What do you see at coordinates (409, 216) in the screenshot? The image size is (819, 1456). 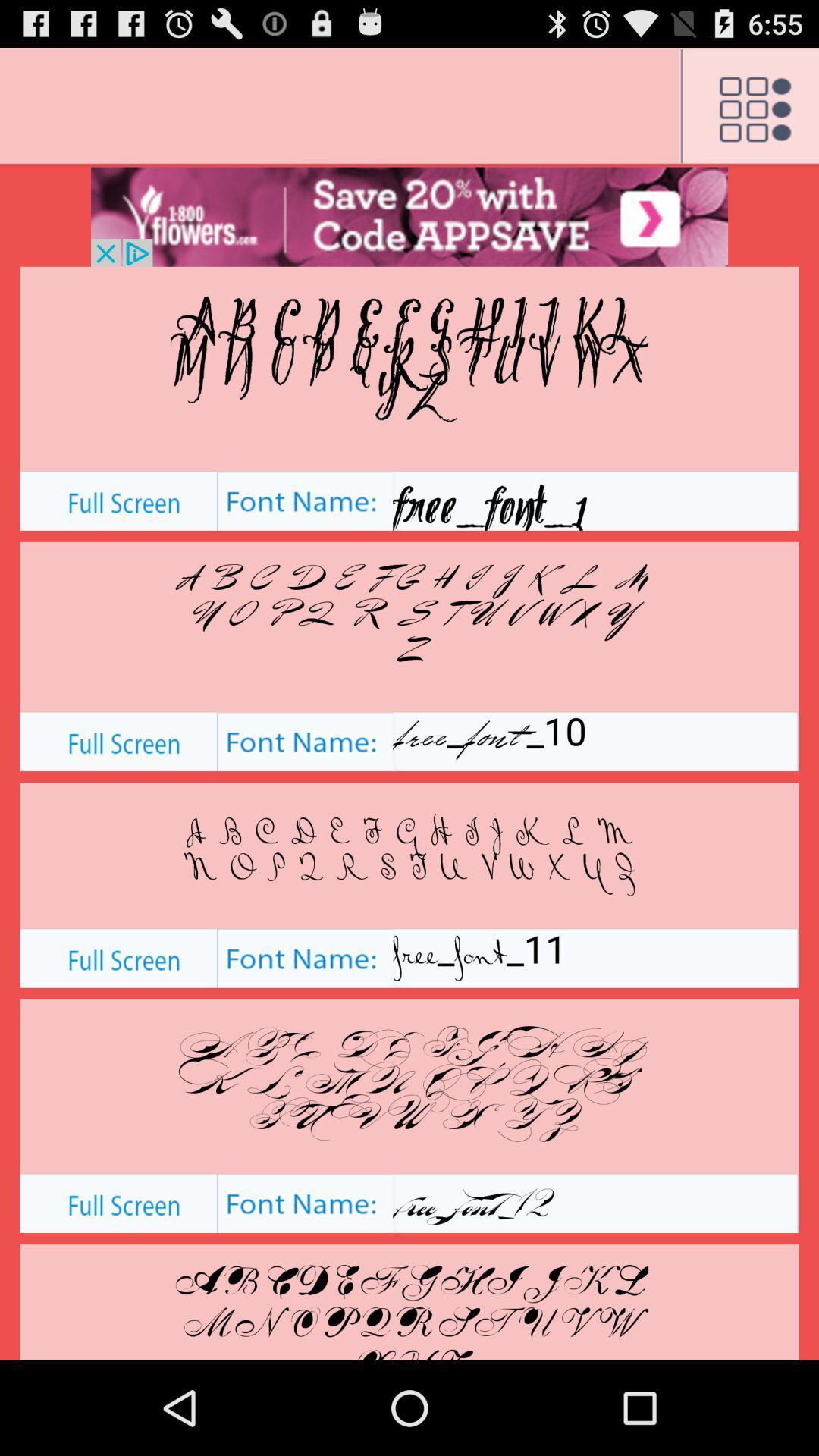 I see `advertisement` at bounding box center [409, 216].